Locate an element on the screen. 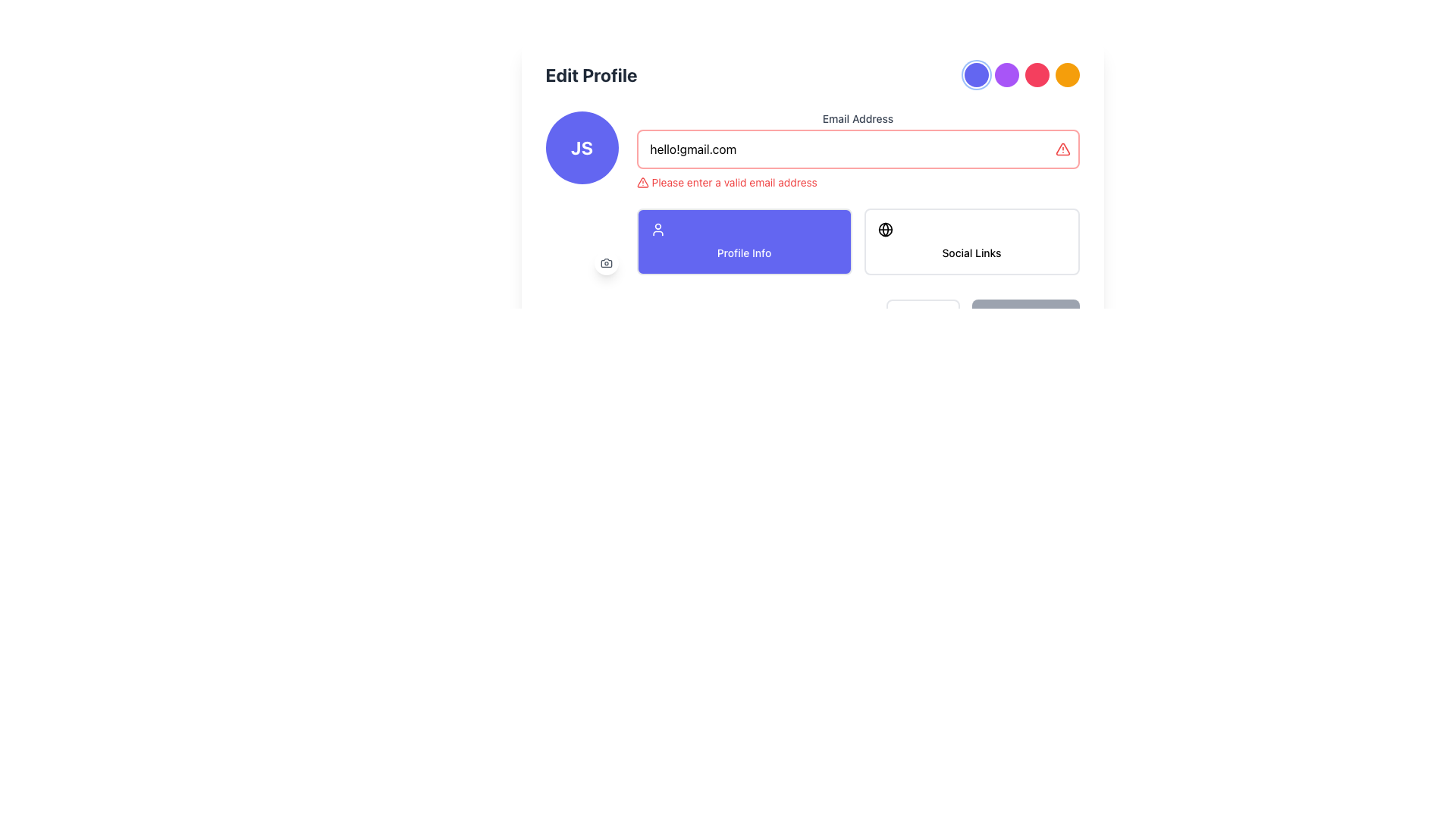 The height and width of the screenshot is (819, 1456). the first circular button in the top-right section of the interface is located at coordinates (976, 75).